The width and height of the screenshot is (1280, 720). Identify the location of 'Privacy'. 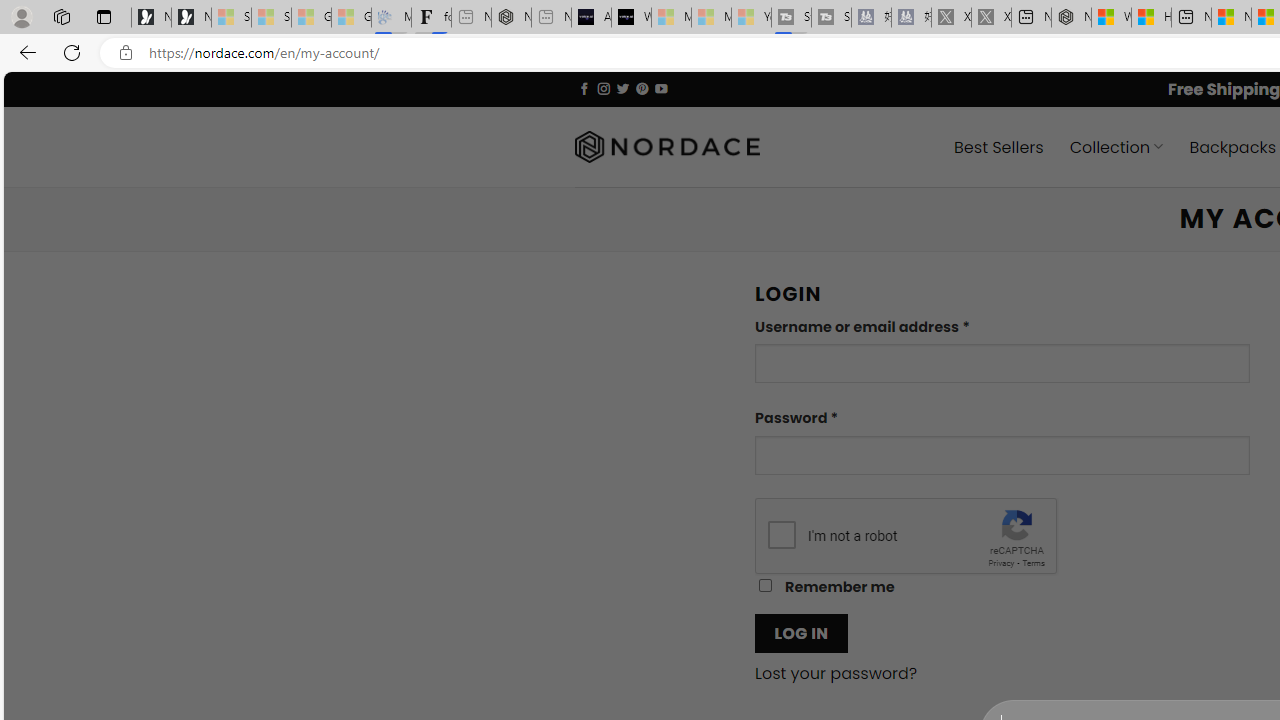
(1001, 563).